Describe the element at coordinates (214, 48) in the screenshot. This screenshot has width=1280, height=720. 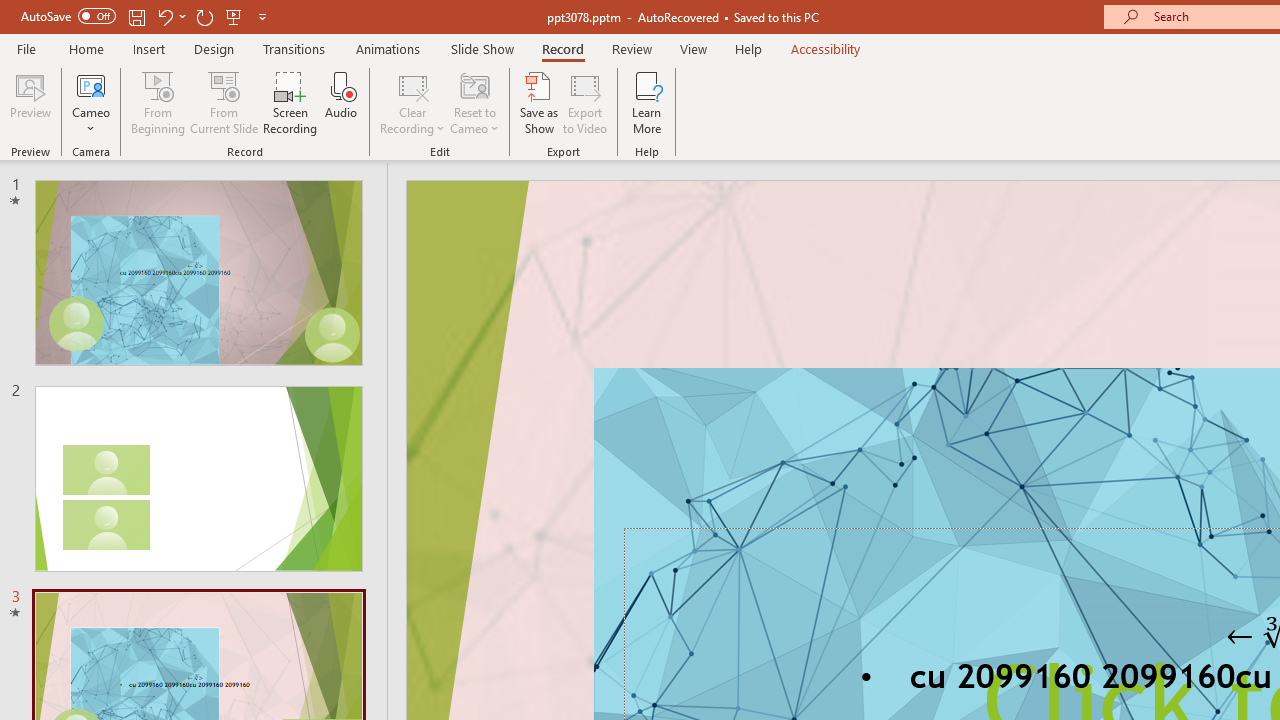
I see `'Design'` at that location.